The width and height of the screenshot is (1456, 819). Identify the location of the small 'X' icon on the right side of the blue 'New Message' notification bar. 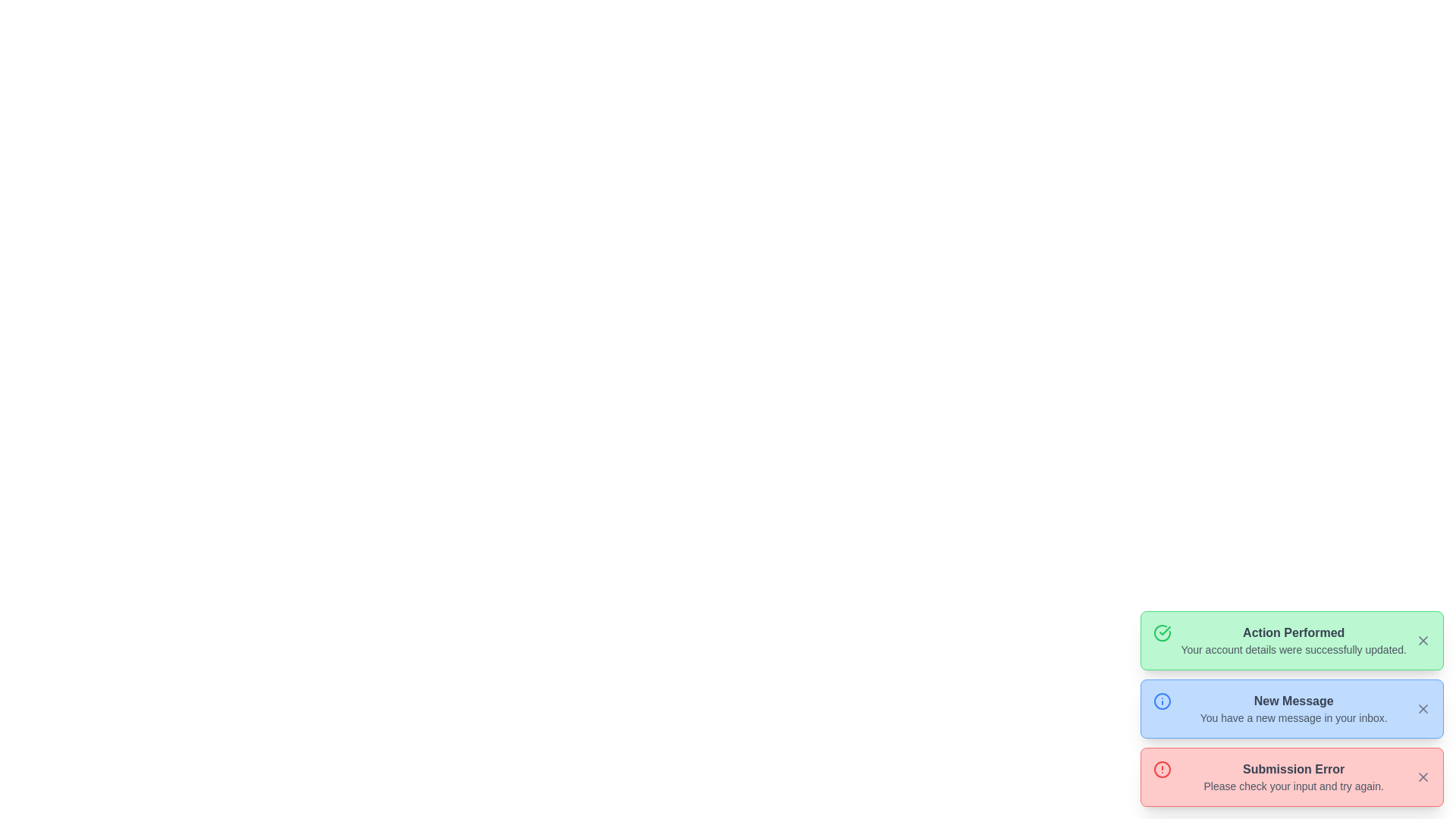
(1422, 708).